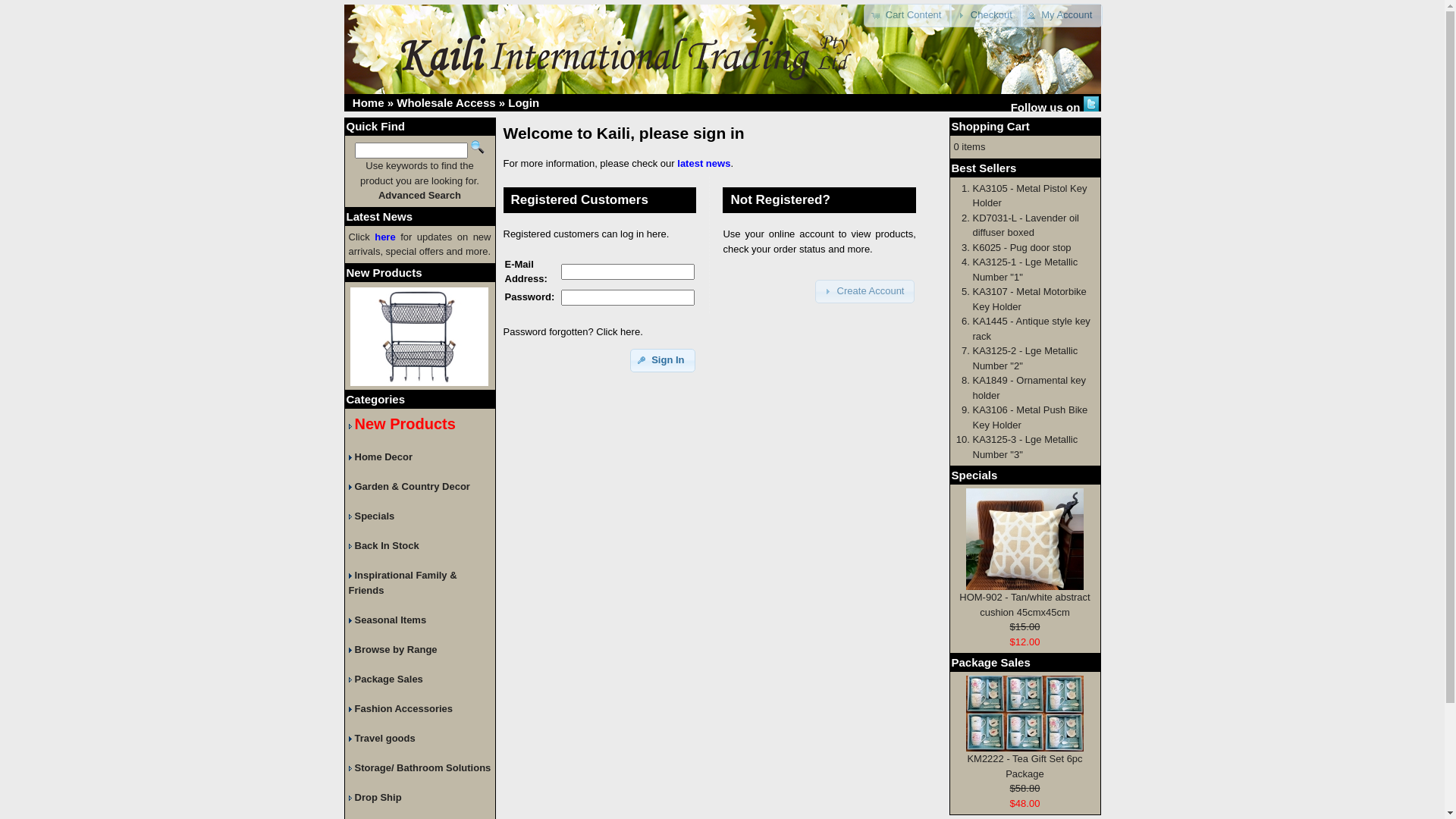  I want to click on 'Best Sellers', so click(983, 167).